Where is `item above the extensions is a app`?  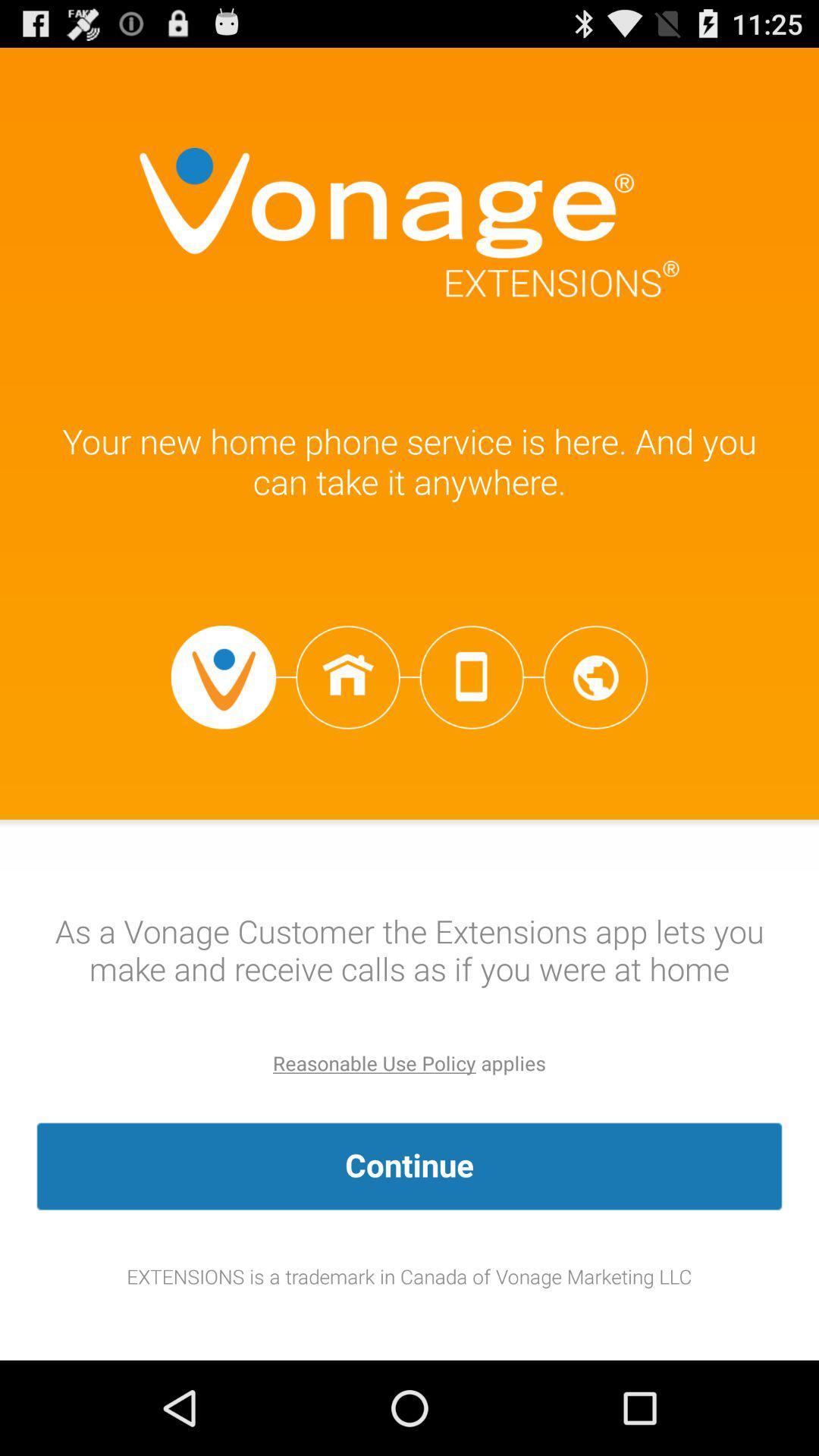
item above the extensions is a app is located at coordinates (409, 1166).